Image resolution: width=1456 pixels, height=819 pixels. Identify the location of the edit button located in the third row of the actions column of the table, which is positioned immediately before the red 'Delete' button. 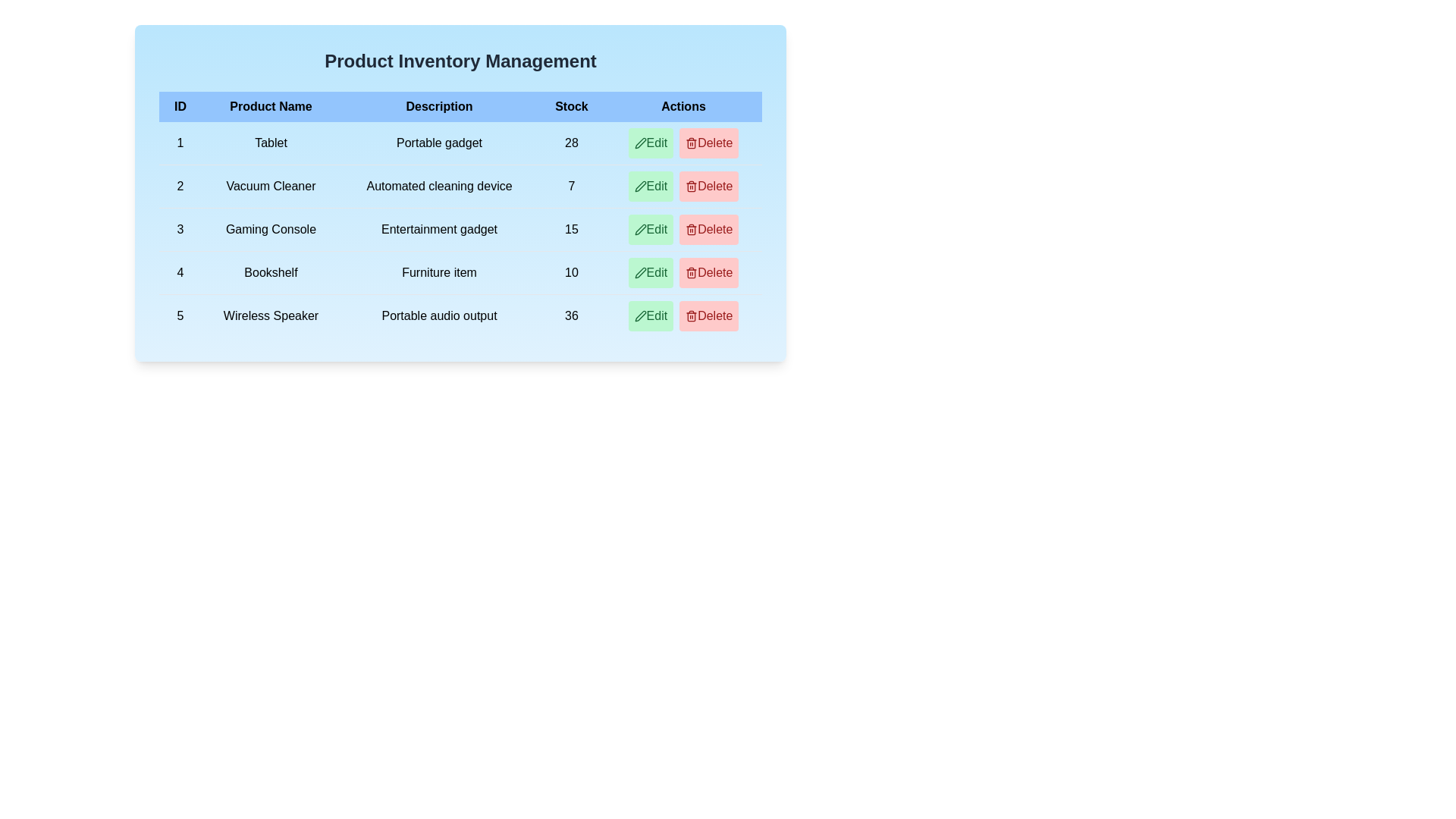
(651, 186).